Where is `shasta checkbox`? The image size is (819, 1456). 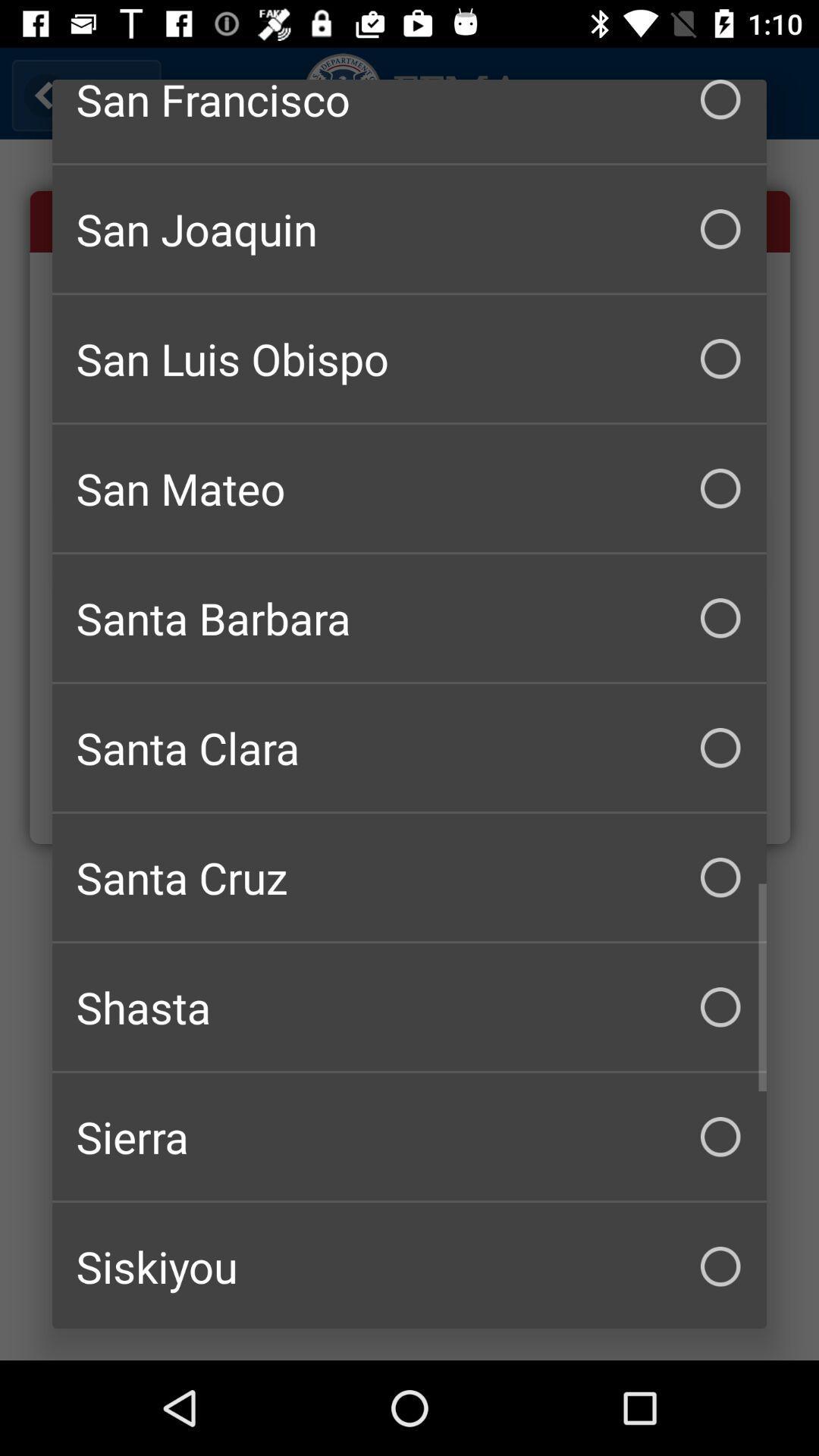
shasta checkbox is located at coordinates (409, 1007).